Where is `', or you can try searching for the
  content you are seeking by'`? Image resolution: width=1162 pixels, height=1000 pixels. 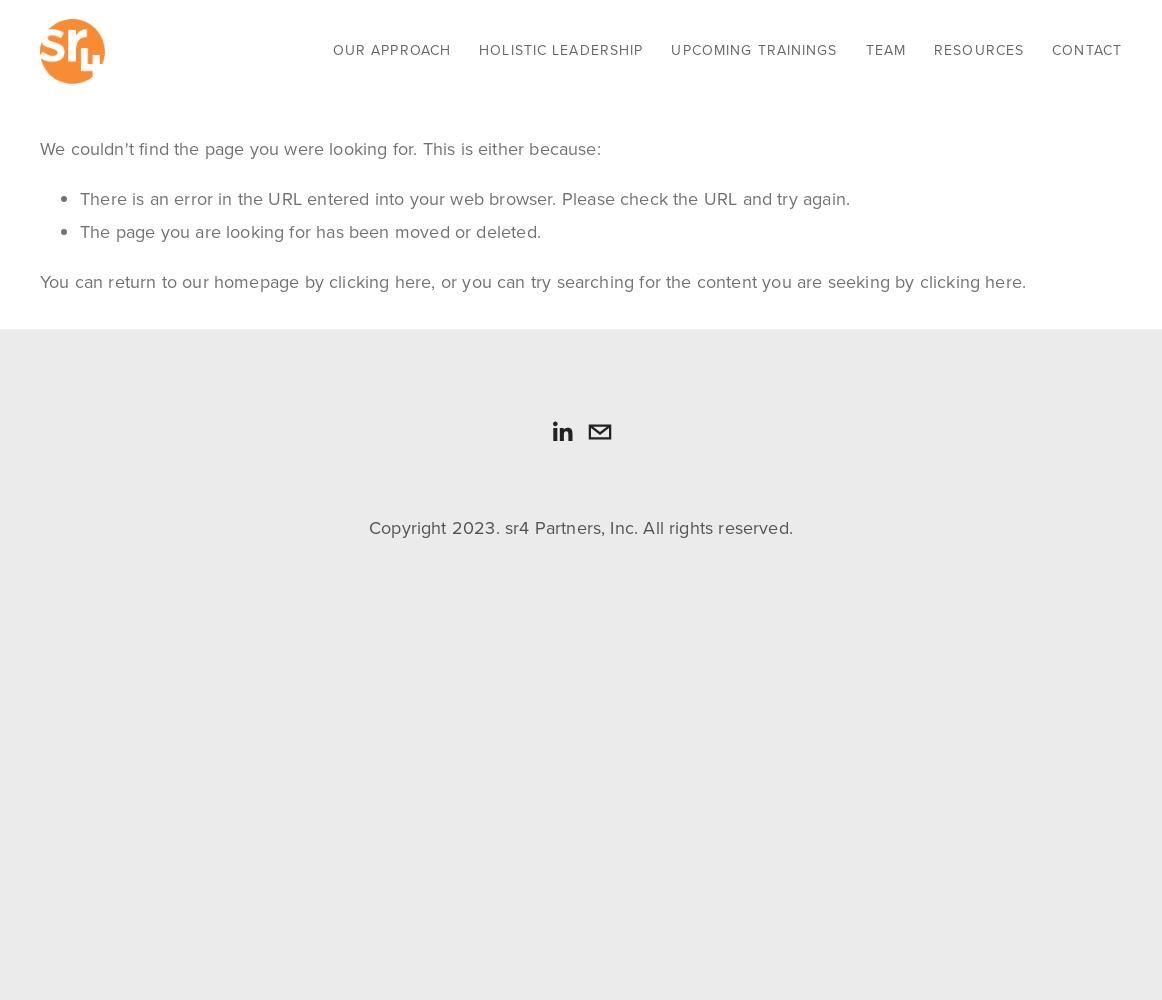 ', or you can try searching for the
  content you are seeking by' is located at coordinates (430, 282).